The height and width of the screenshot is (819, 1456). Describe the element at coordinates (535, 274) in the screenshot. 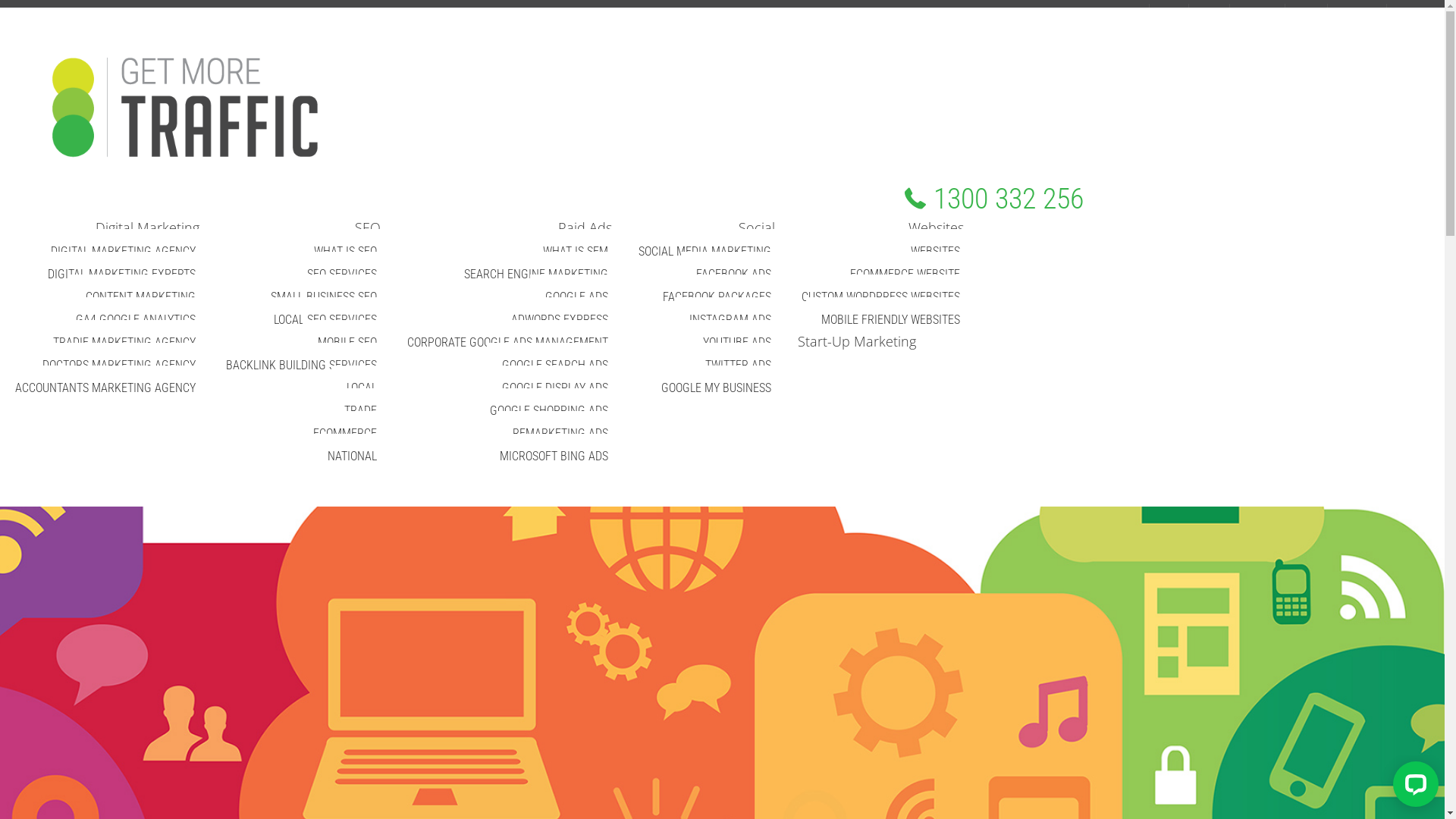

I see `'SEARCH ENGINE MARKETING'` at that location.